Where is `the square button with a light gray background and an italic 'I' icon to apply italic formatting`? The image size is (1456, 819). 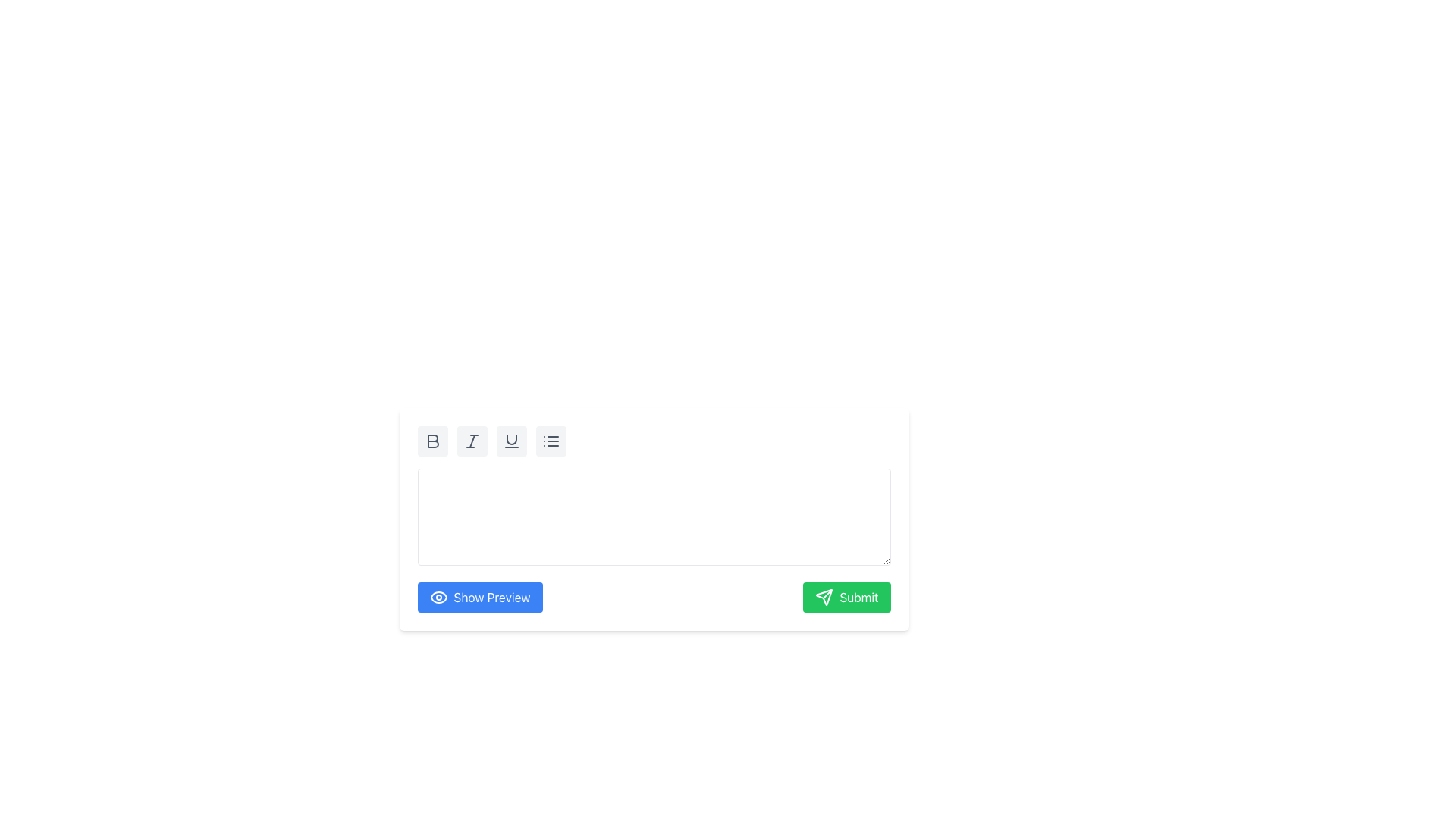
the square button with a light gray background and an italic 'I' icon to apply italic formatting is located at coordinates (471, 441).